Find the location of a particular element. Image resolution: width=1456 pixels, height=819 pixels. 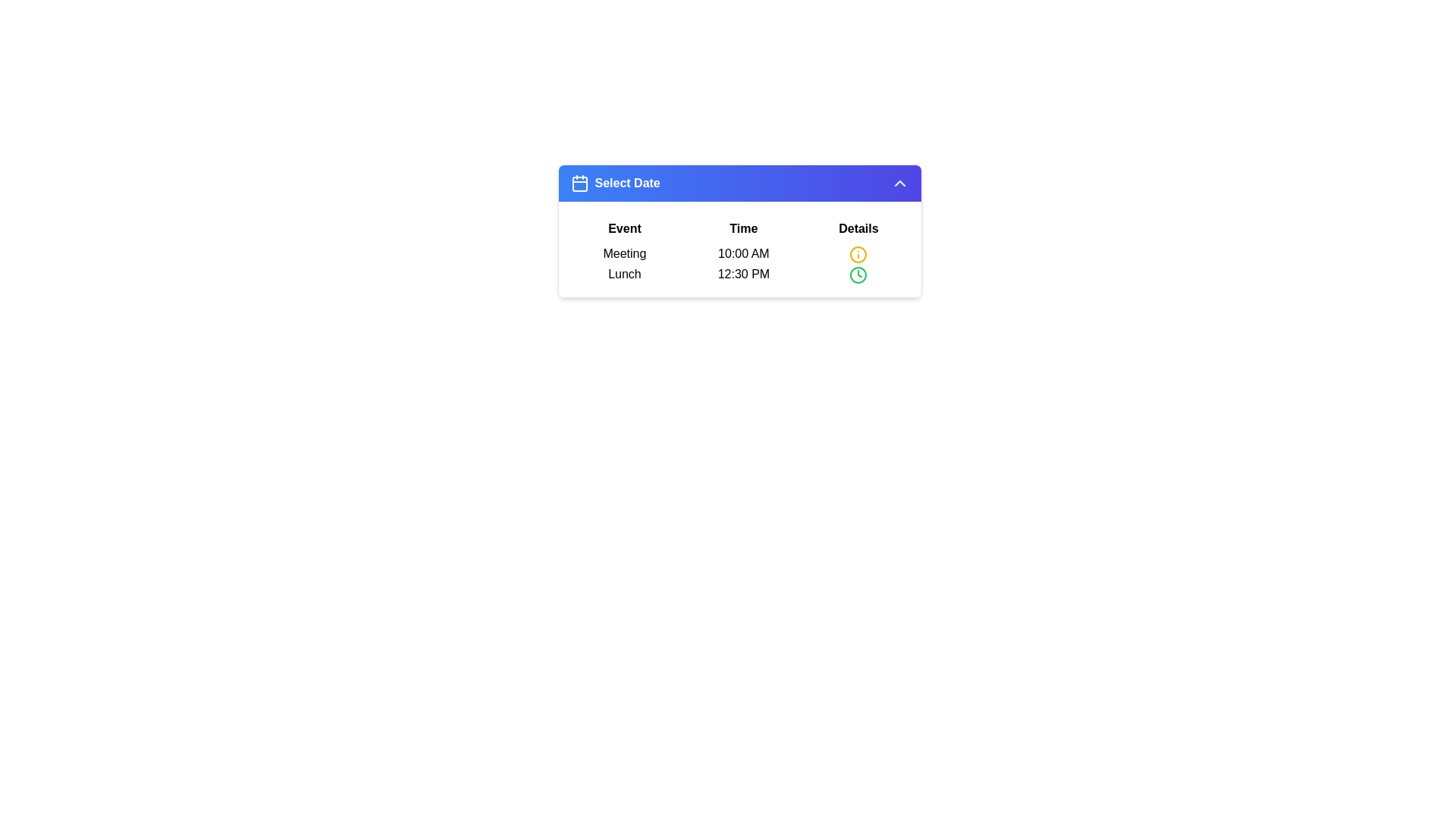

text content of the Table Header Row located centrally beneath the 'Select Date' section, which defines the layout of the table with column headings for events, times, and additional details is located at coordinates (739, 228).